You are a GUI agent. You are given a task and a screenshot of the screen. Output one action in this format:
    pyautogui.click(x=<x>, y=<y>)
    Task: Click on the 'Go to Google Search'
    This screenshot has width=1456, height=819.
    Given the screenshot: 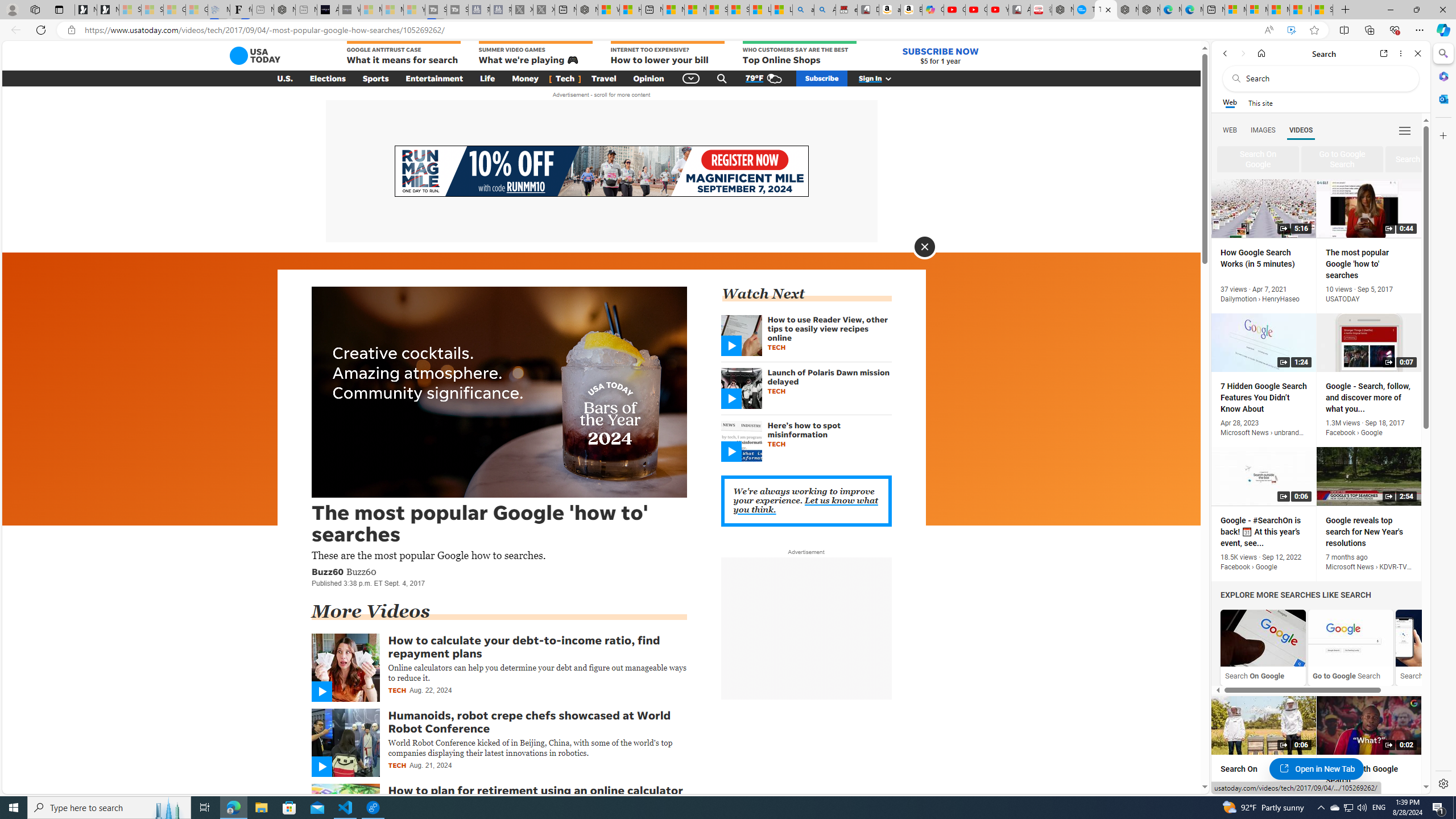 What is the action you would take?
    pyautogui.click(x=1350, y=638)
    